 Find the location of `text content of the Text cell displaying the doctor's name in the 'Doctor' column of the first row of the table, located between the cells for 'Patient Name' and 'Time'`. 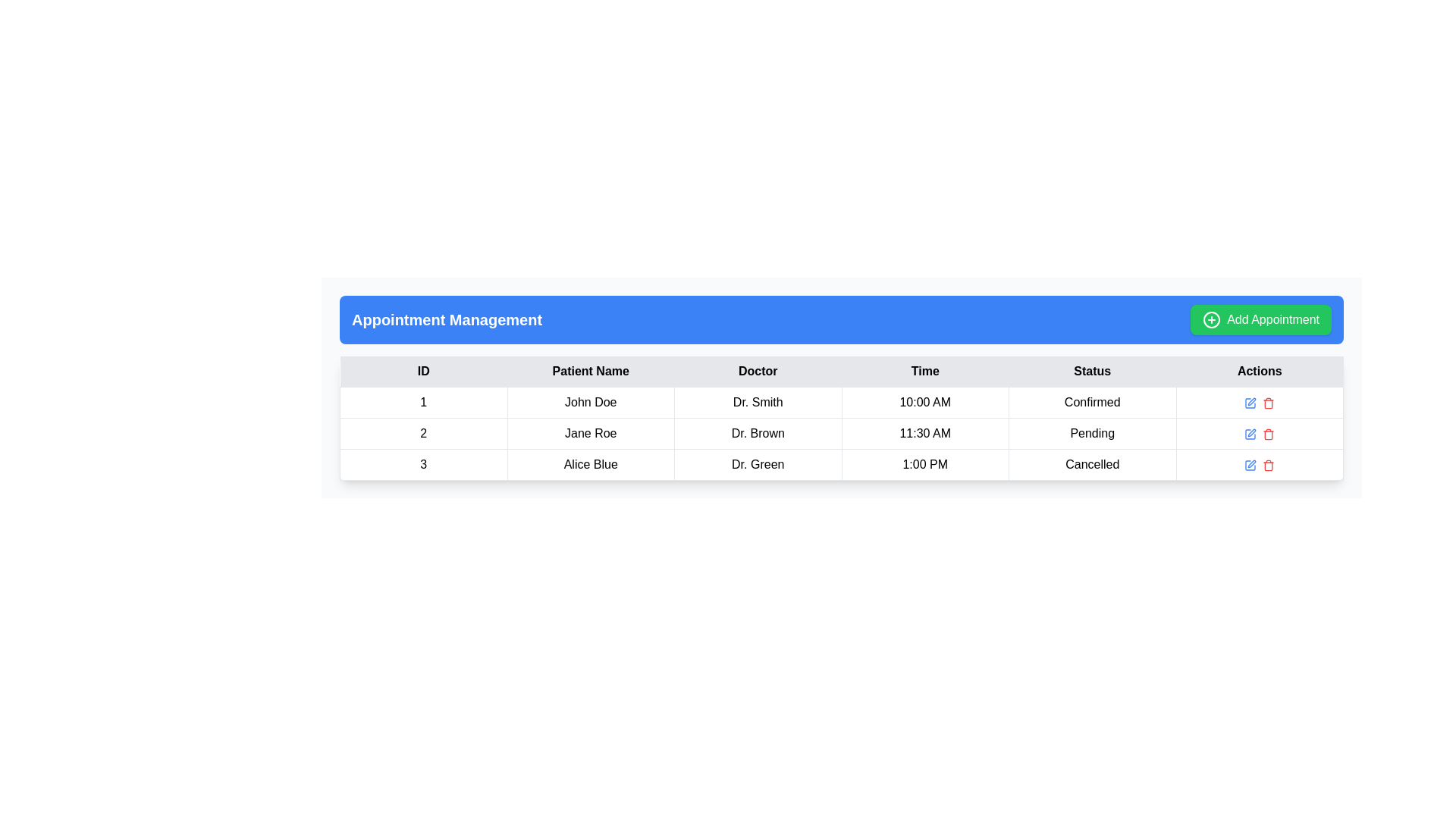

text content of the Text cell displaying the doctor's name in the 'Doctor' column of the first row of the table, located between the cells for 'Patient Name' and 'Time' is located at coordinates (758, 402).